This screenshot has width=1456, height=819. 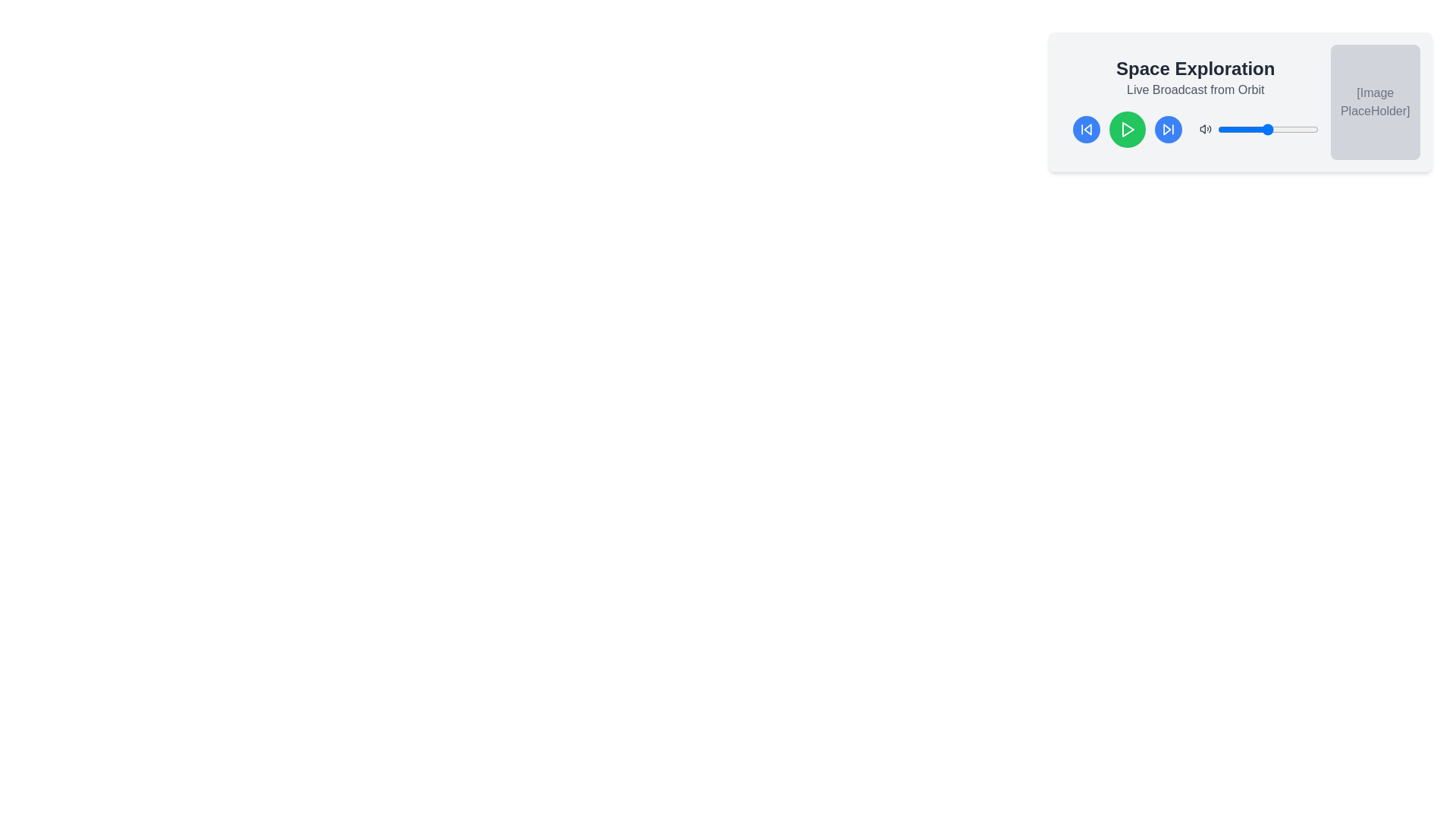 What do you see at coordinates (1128, 128) in the screenshot?
I see `the minimalistic play button icon, which is styled as a triangle pointing to the right, located within the central green circular button in the 'Space Exploration' section` at bounding box center [1128, 128].